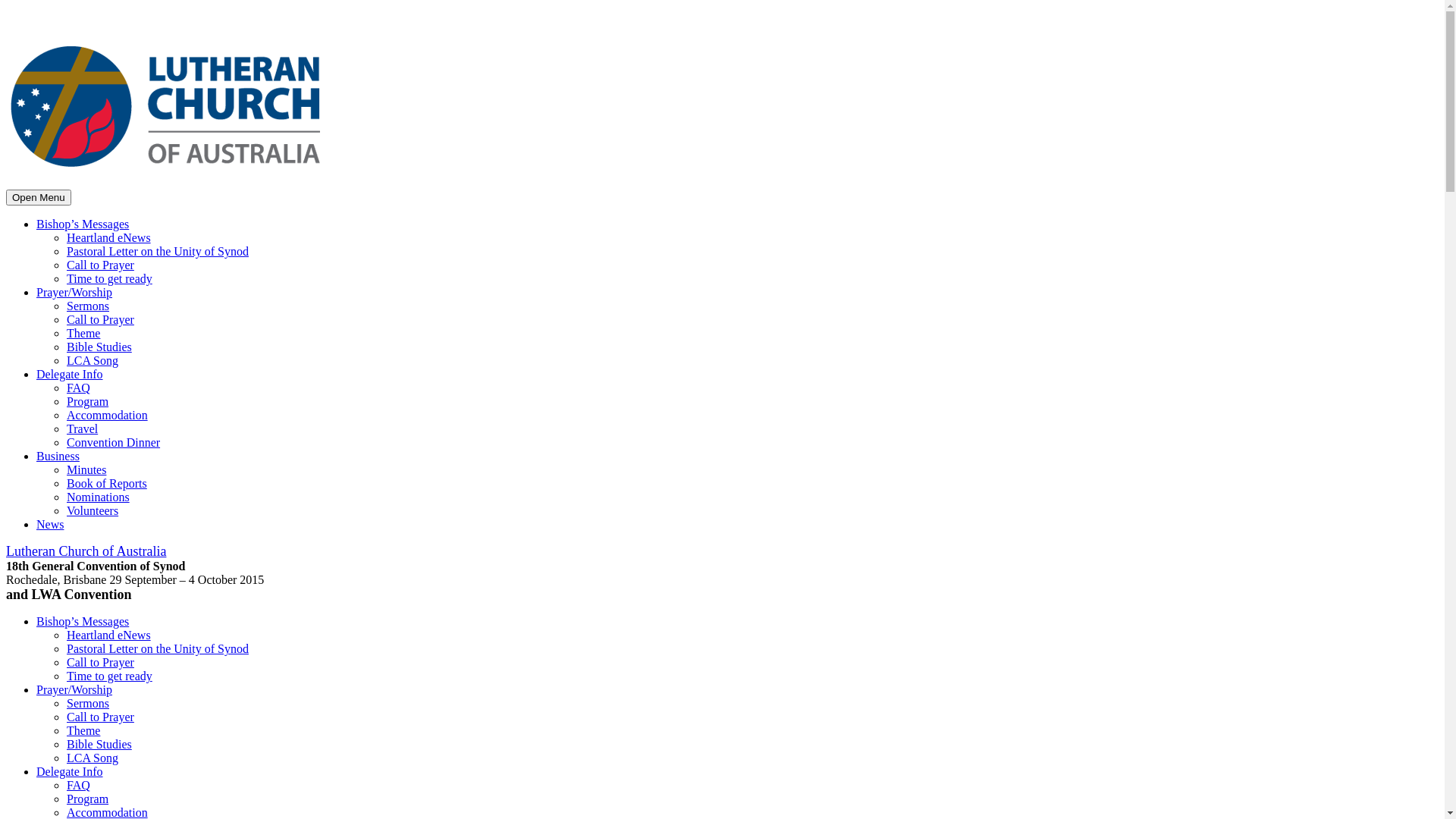  Describe the element at coordinates (77, 387) in the screenshot. I see `'FAQ'` at that location.